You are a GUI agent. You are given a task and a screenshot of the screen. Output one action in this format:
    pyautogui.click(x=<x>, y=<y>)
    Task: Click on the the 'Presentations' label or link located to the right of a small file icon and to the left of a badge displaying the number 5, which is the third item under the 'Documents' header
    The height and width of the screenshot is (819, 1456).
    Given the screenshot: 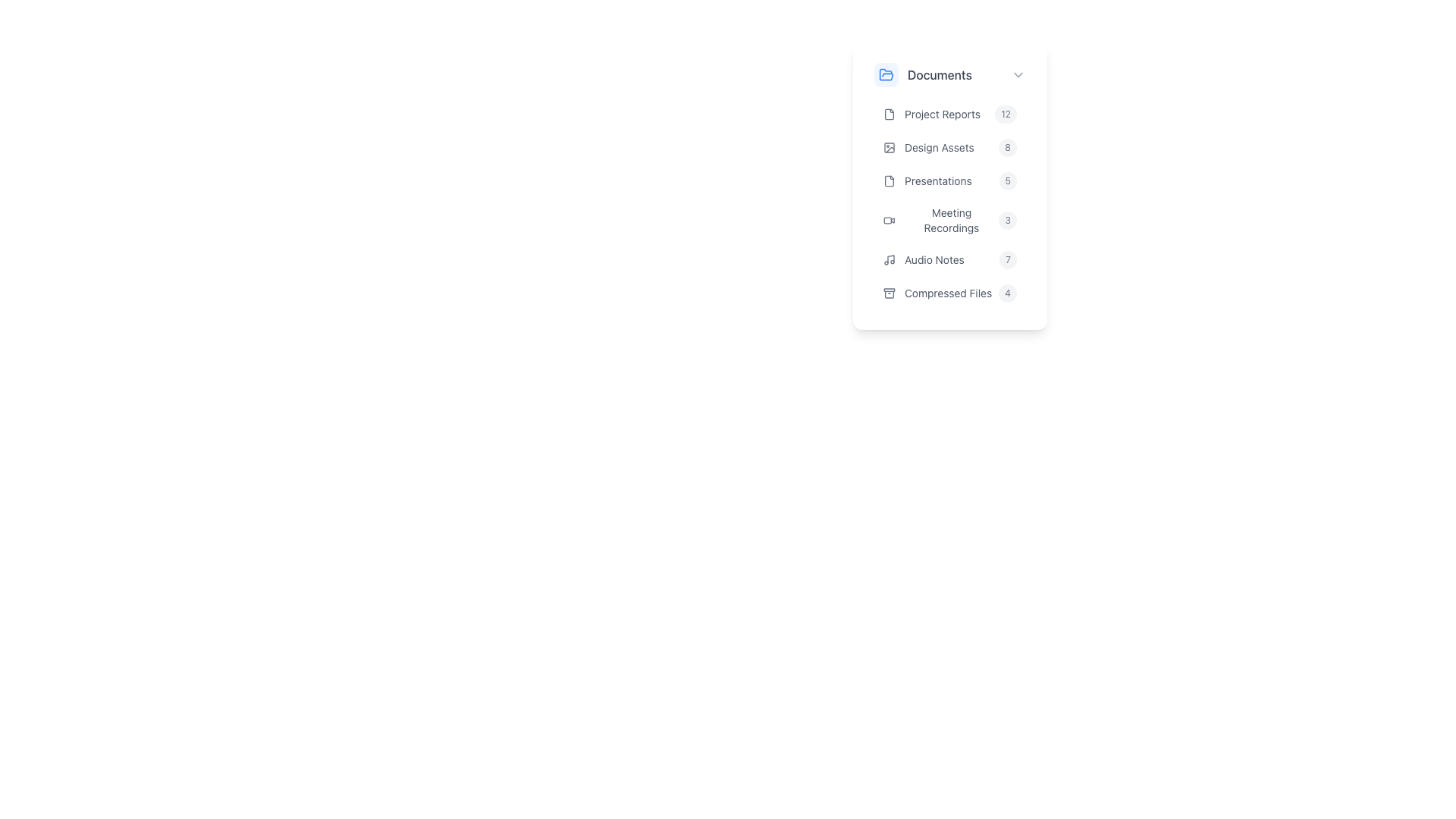 What is the action you would take?
    pyautogui.click(x=937, y=180)
    